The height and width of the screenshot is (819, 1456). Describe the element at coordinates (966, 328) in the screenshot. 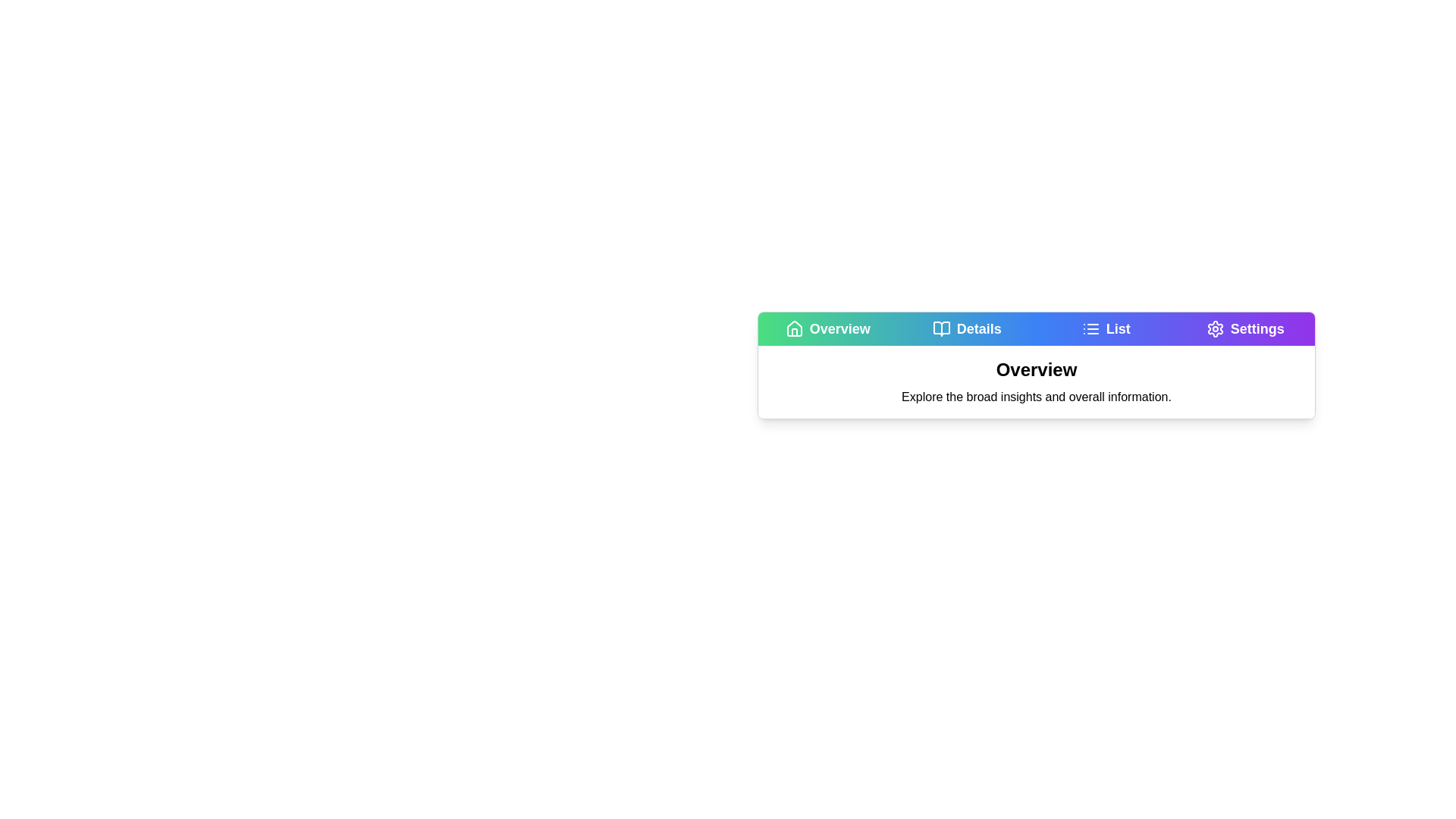

I see `the 'Details' button in the navigation bar, which is labeled with white bold text and has an icon of an open book to its left` at that location.